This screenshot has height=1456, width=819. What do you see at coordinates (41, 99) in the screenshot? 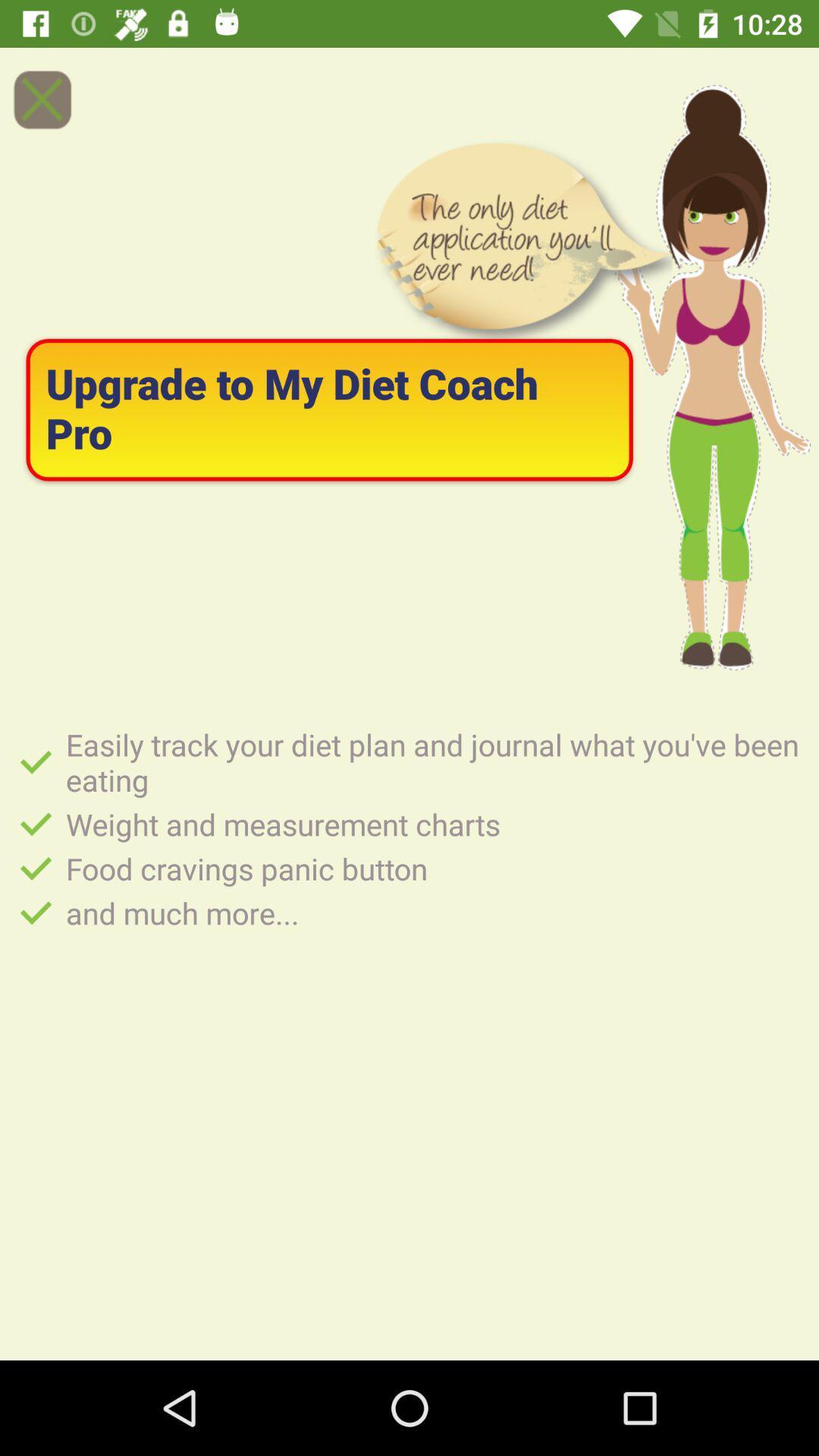
I see `item above upgrade to my icon` at bounding box center [41, 99].